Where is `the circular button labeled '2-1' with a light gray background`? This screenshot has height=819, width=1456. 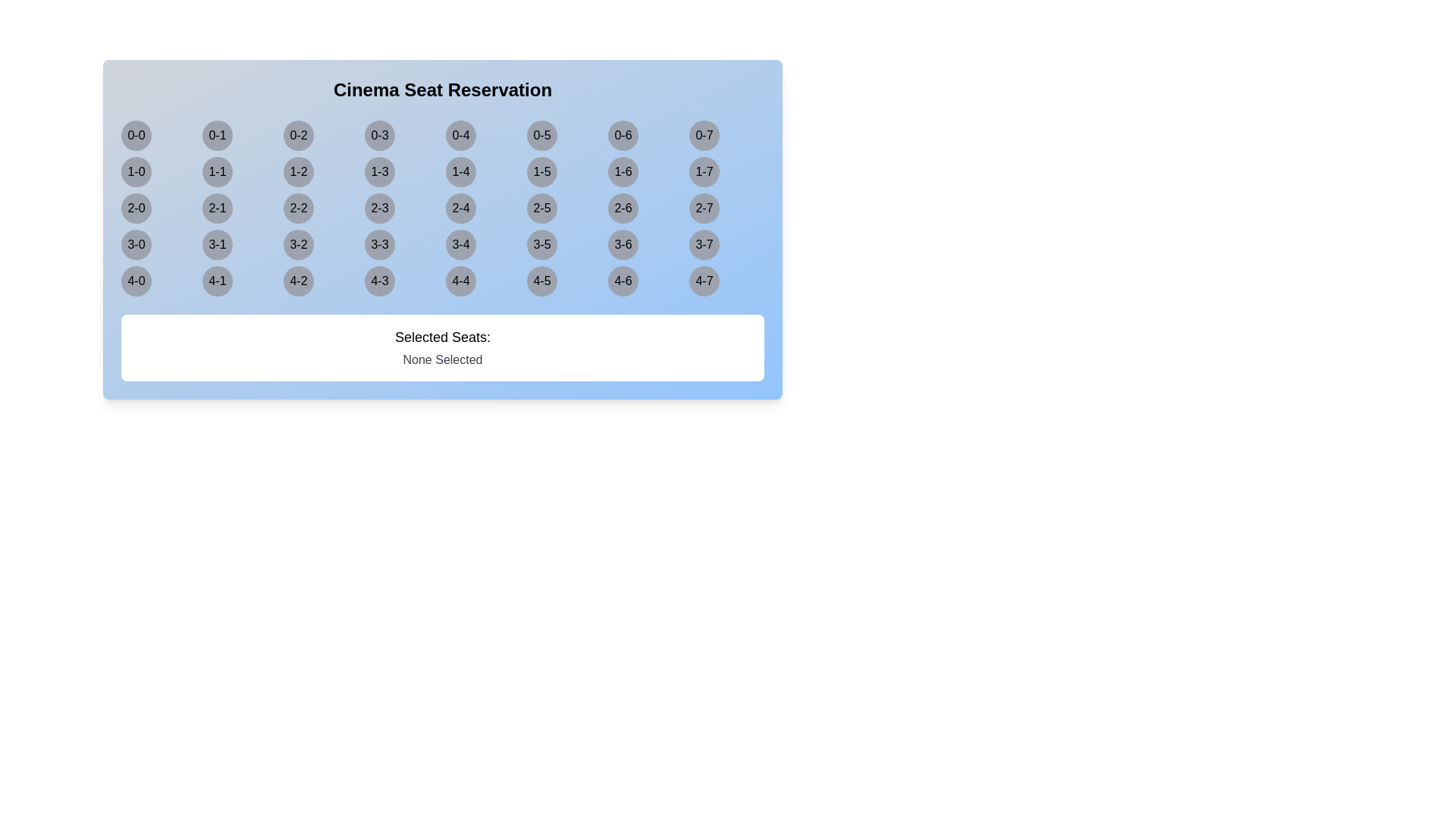 the circular button labeled '2-1' with a light gray background is located at coordinates (217, 208).